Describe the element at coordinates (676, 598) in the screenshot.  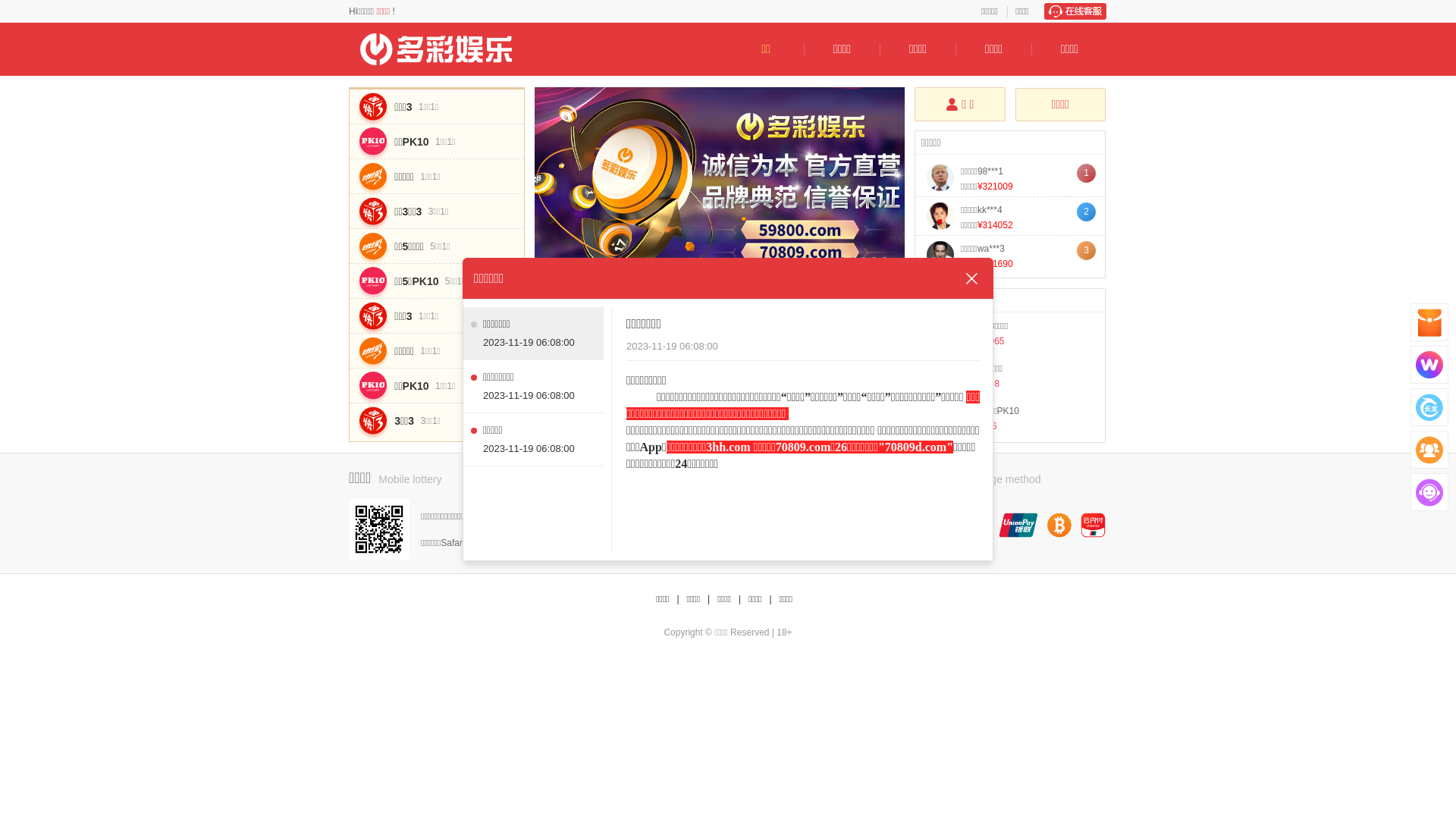
I see `'|'` at that location.